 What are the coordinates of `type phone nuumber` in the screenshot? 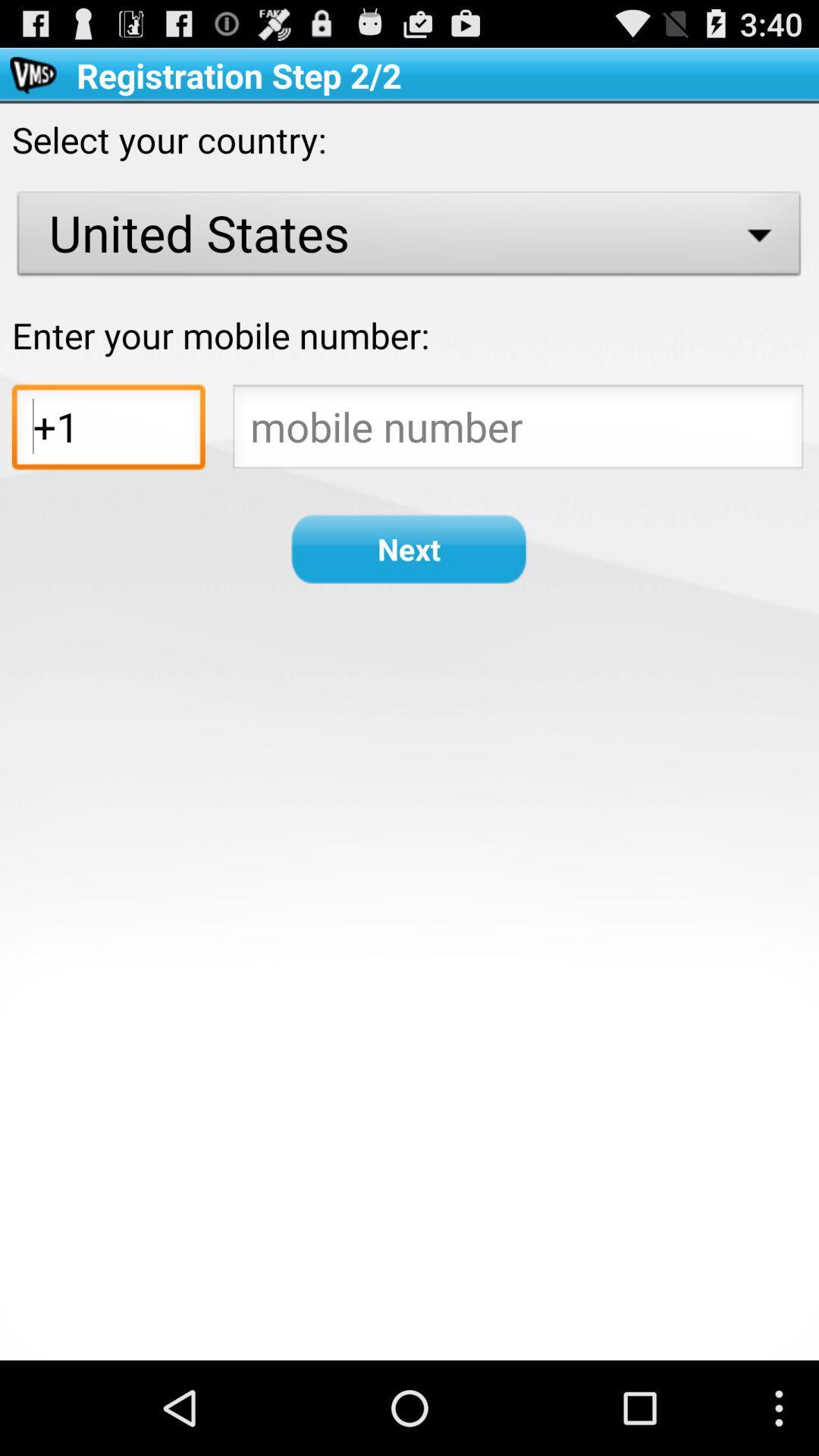 It's located at (517, 430).